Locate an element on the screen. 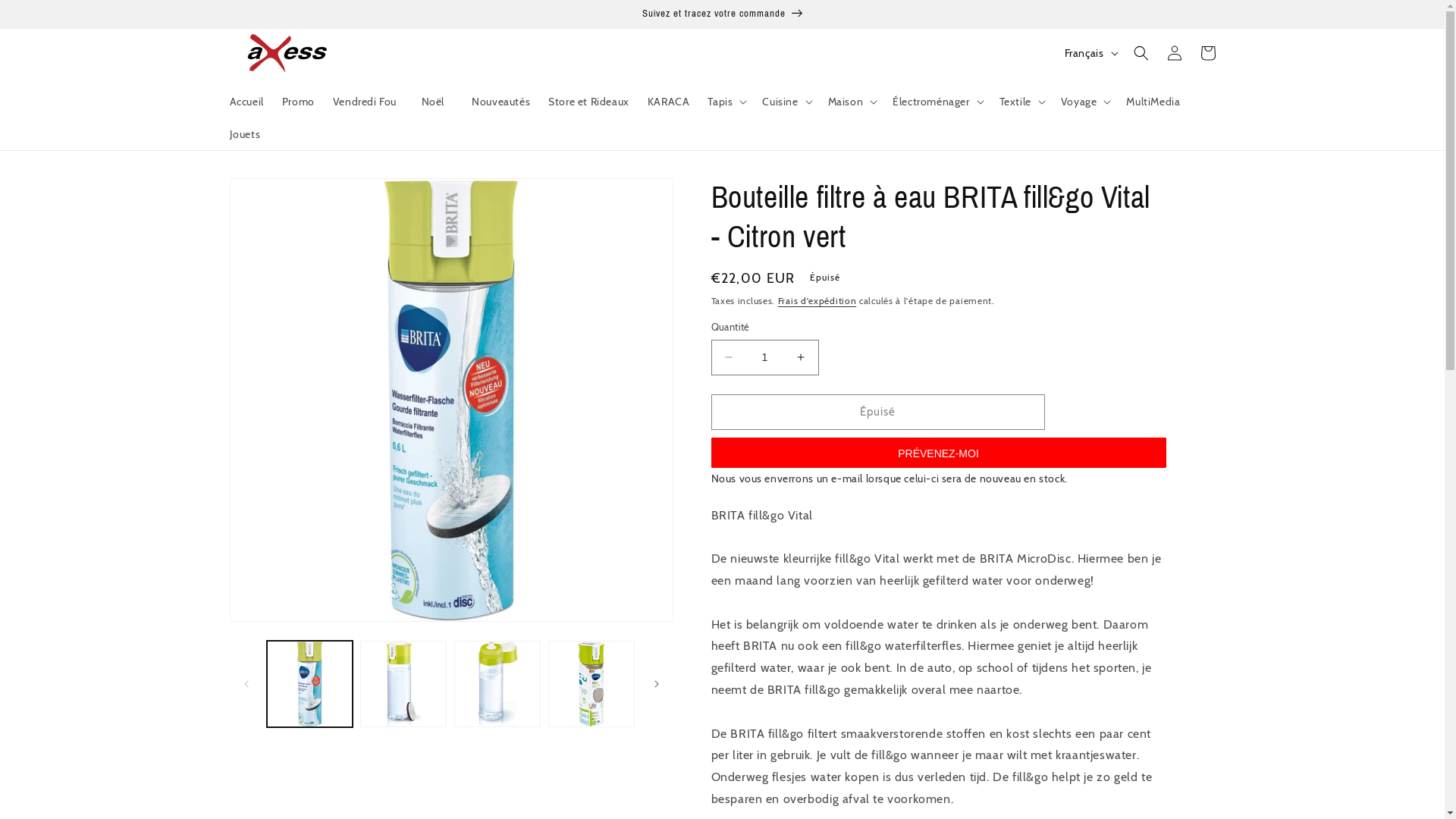  'MultiMedia' is located at coordinates (1117, 102).